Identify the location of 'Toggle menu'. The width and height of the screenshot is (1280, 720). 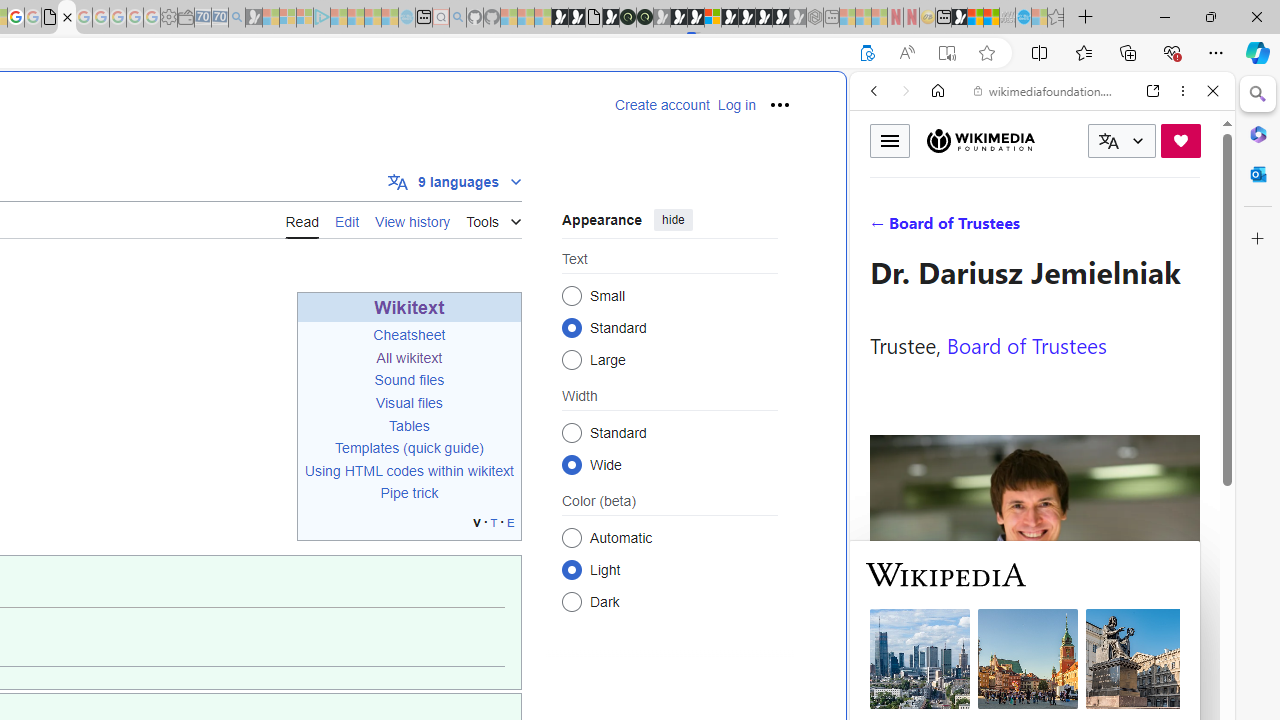
(889, 139).